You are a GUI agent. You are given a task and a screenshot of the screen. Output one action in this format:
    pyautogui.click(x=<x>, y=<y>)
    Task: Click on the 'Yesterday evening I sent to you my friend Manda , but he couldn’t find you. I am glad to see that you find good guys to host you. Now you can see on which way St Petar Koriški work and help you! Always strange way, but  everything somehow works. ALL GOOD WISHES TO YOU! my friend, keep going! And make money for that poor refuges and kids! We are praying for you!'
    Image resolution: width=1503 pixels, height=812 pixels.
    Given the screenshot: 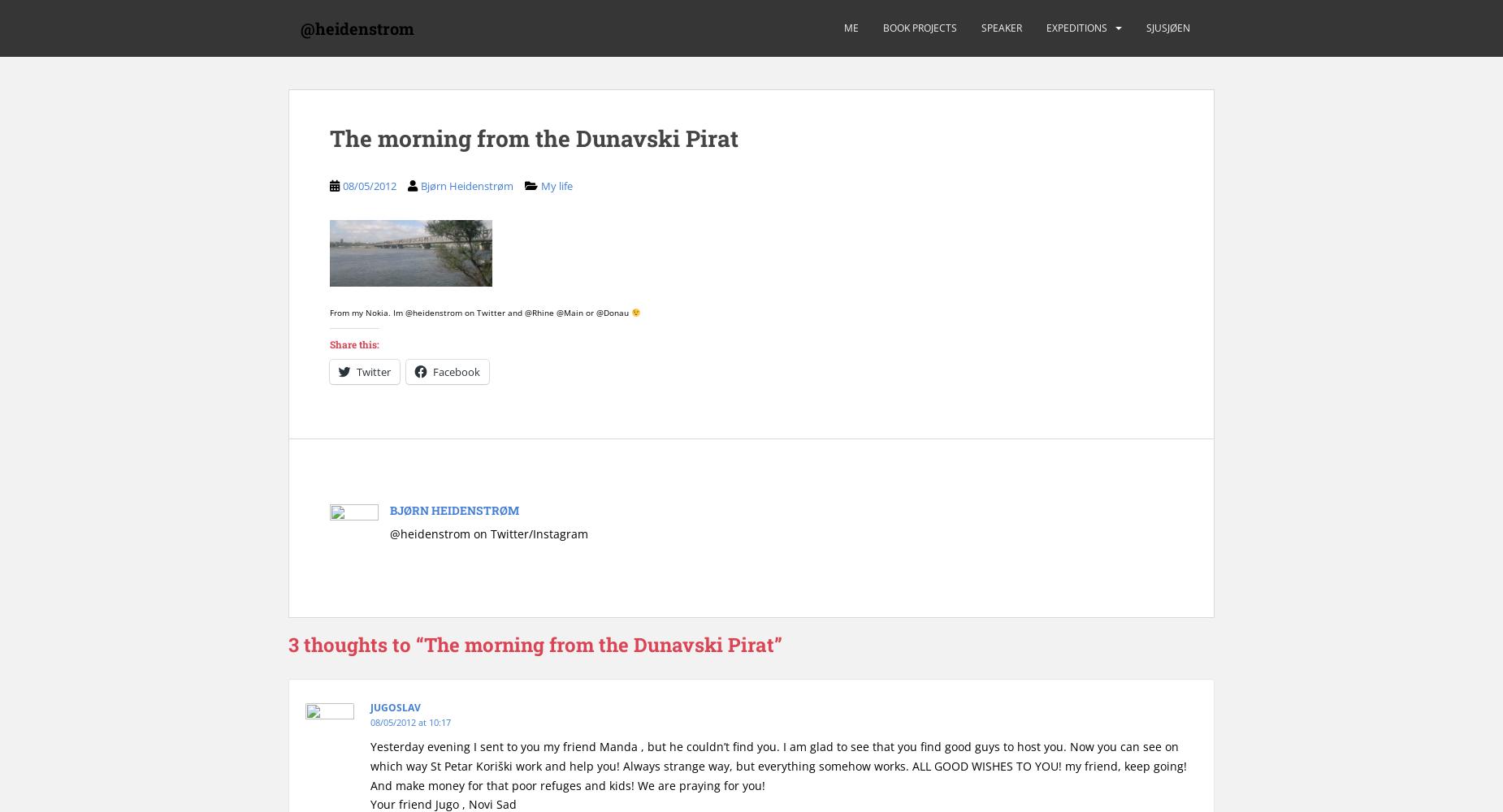 What is the action you would take?
    pyautogui.click(x=777, y=764)
    